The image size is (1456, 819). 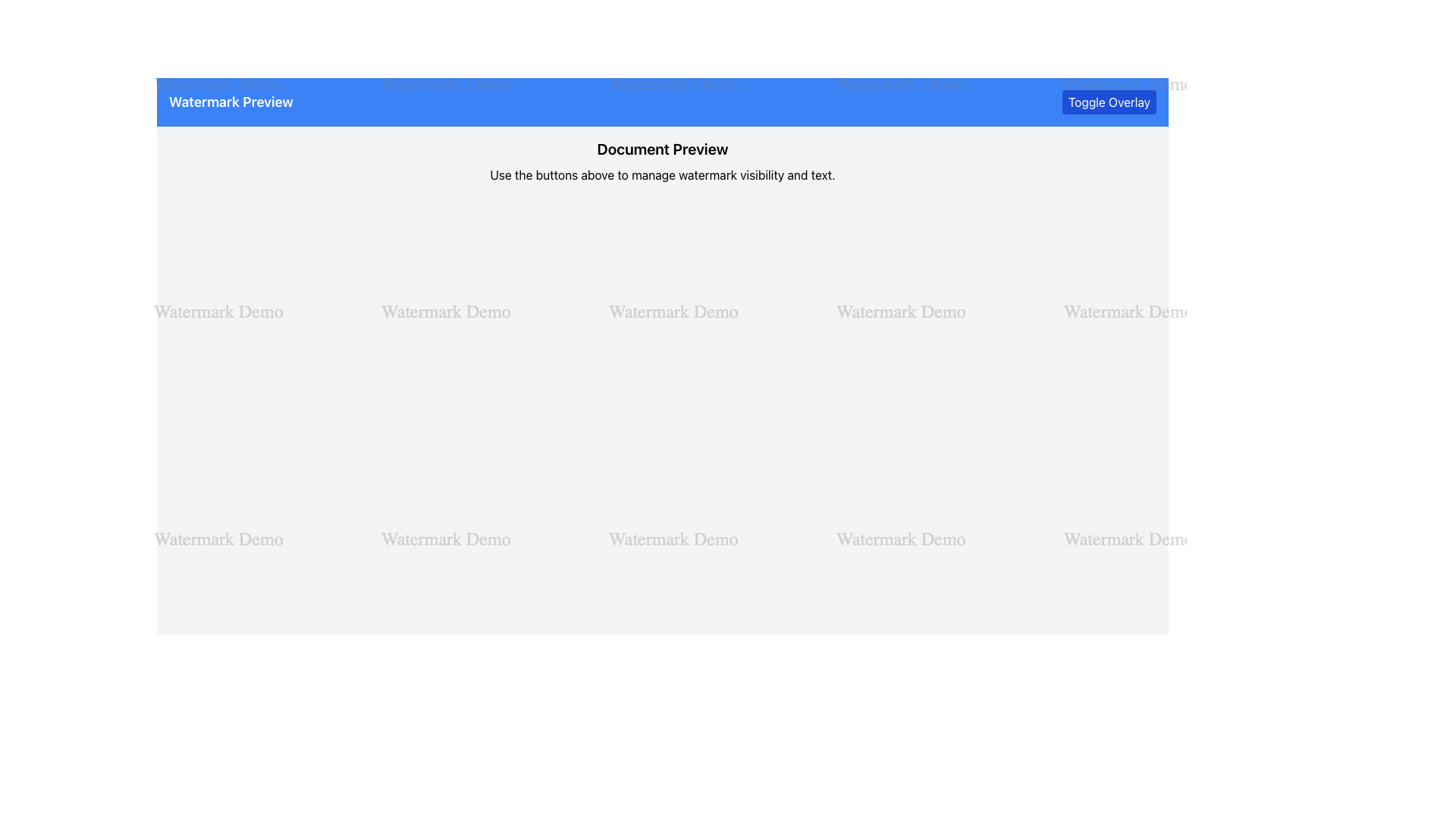 What do you see at coordinates (230, 102) in the screenshot?
I see `the text label that displays the title or heading for the watermark preview, located in the top blue header bar, adjacent to the 'Toggle Overlay' button` at bounding box center [230, 102].